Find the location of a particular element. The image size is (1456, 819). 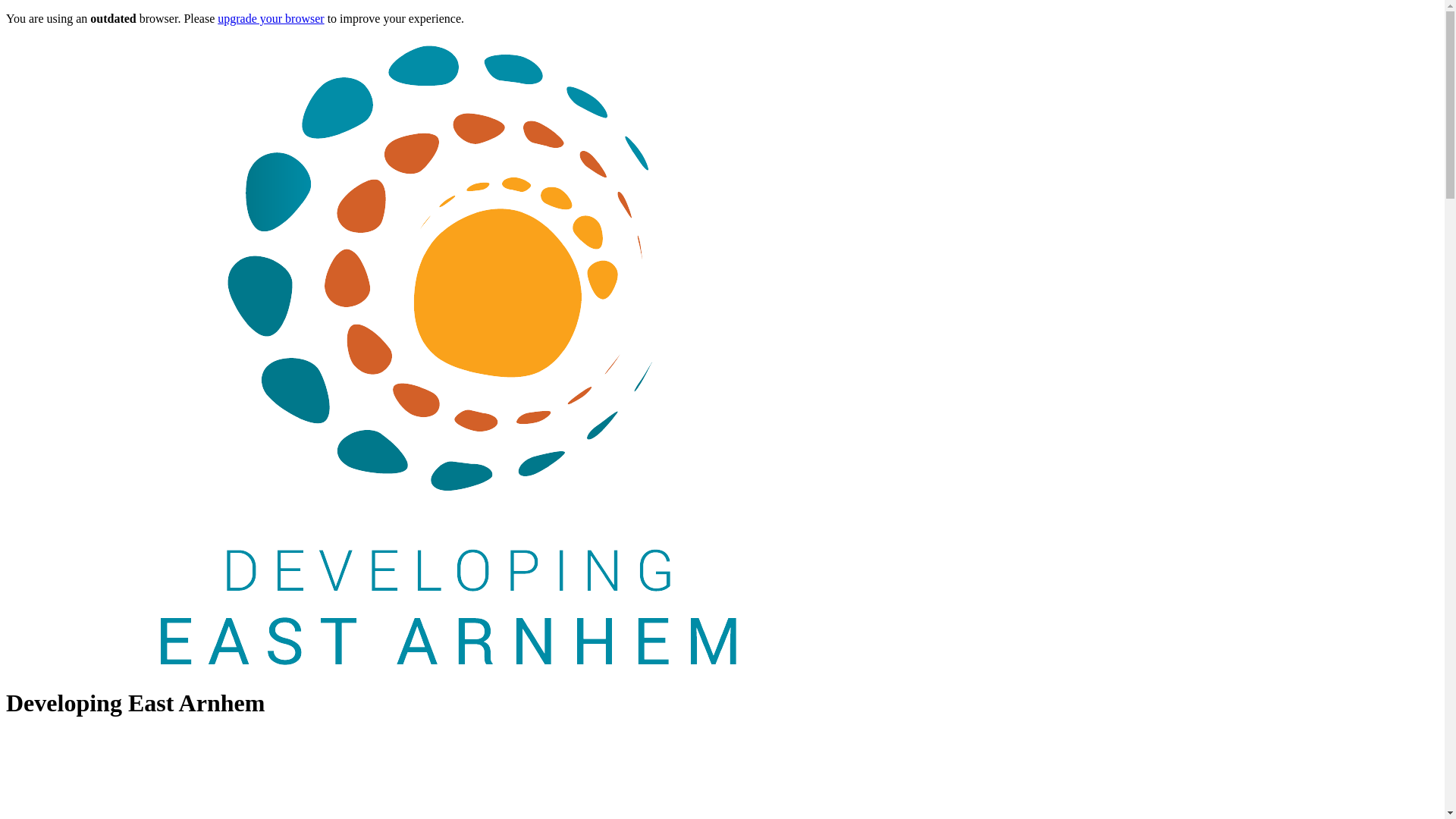

'upgrade your browser' is located at coordinates (217, 18).